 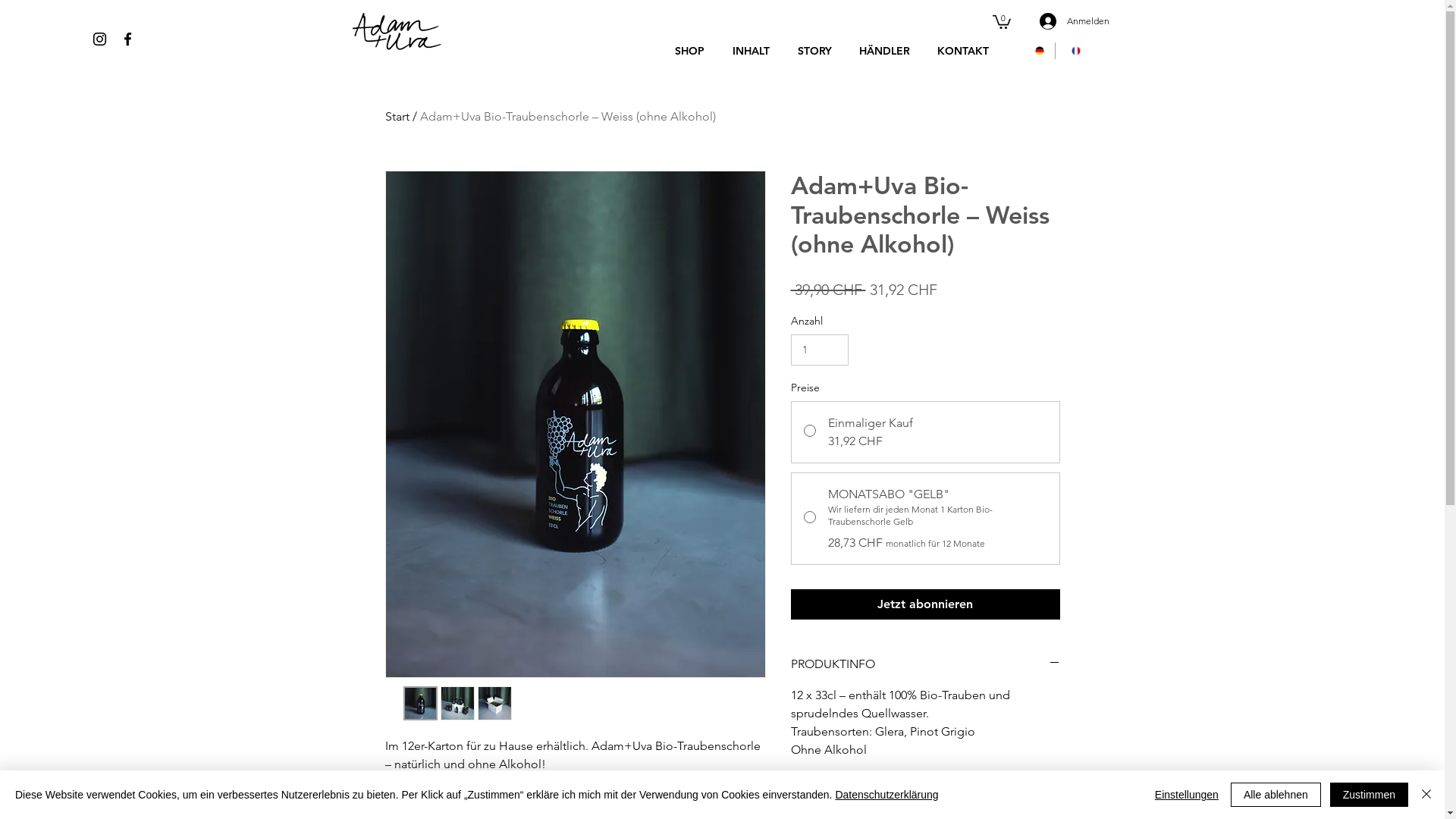 What do you see at coordinates (1275, 794) in the screenshot?
I see `'Alle ablehnen'` at bounding box center [1275, 794].